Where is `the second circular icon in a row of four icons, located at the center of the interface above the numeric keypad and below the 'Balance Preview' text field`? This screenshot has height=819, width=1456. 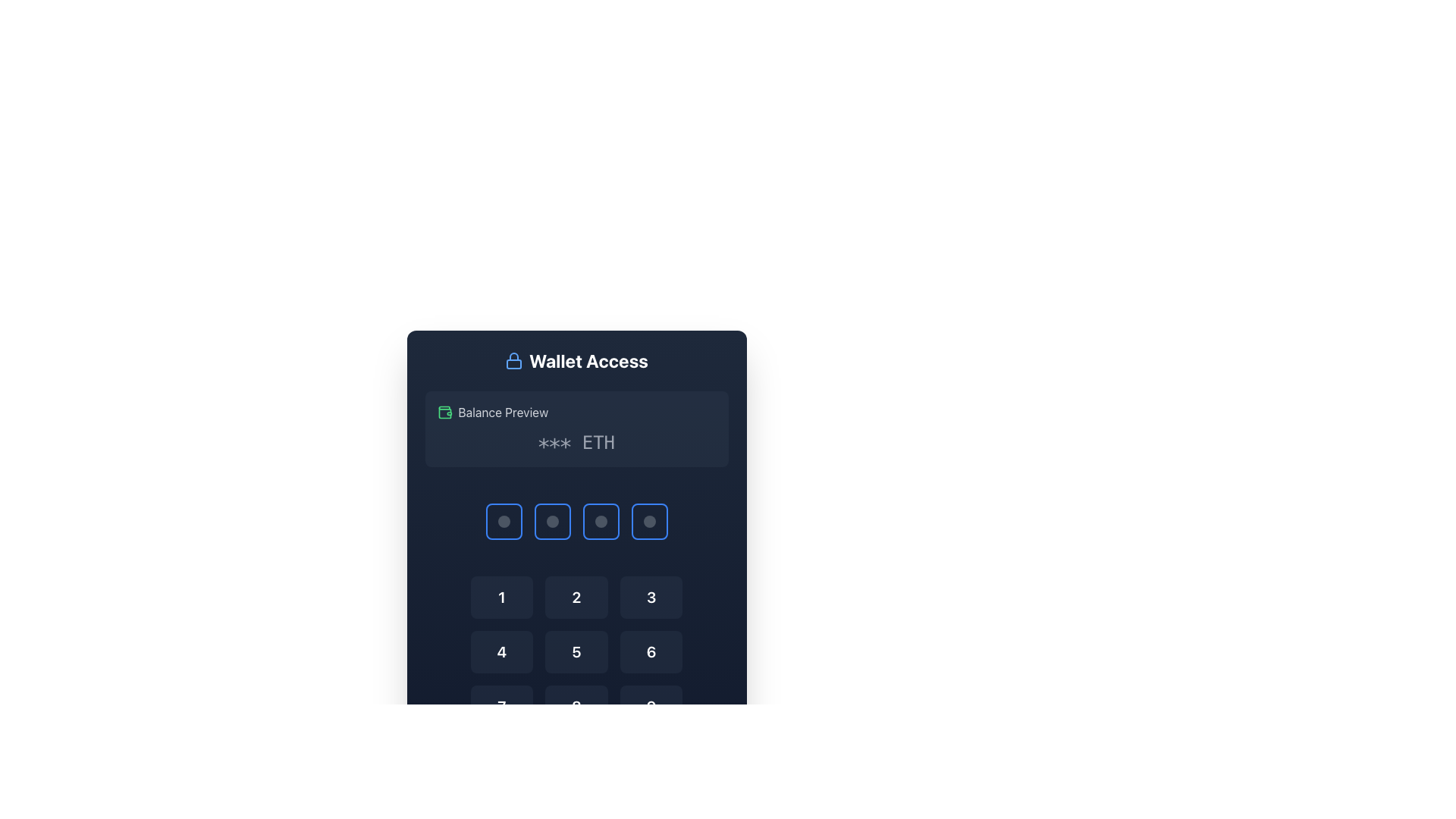 the second circular icon in a row of four icons, located at the center of the interface above the numeric keypad and below the 'Balance Preview' text field is located at coordinates (551, 520).